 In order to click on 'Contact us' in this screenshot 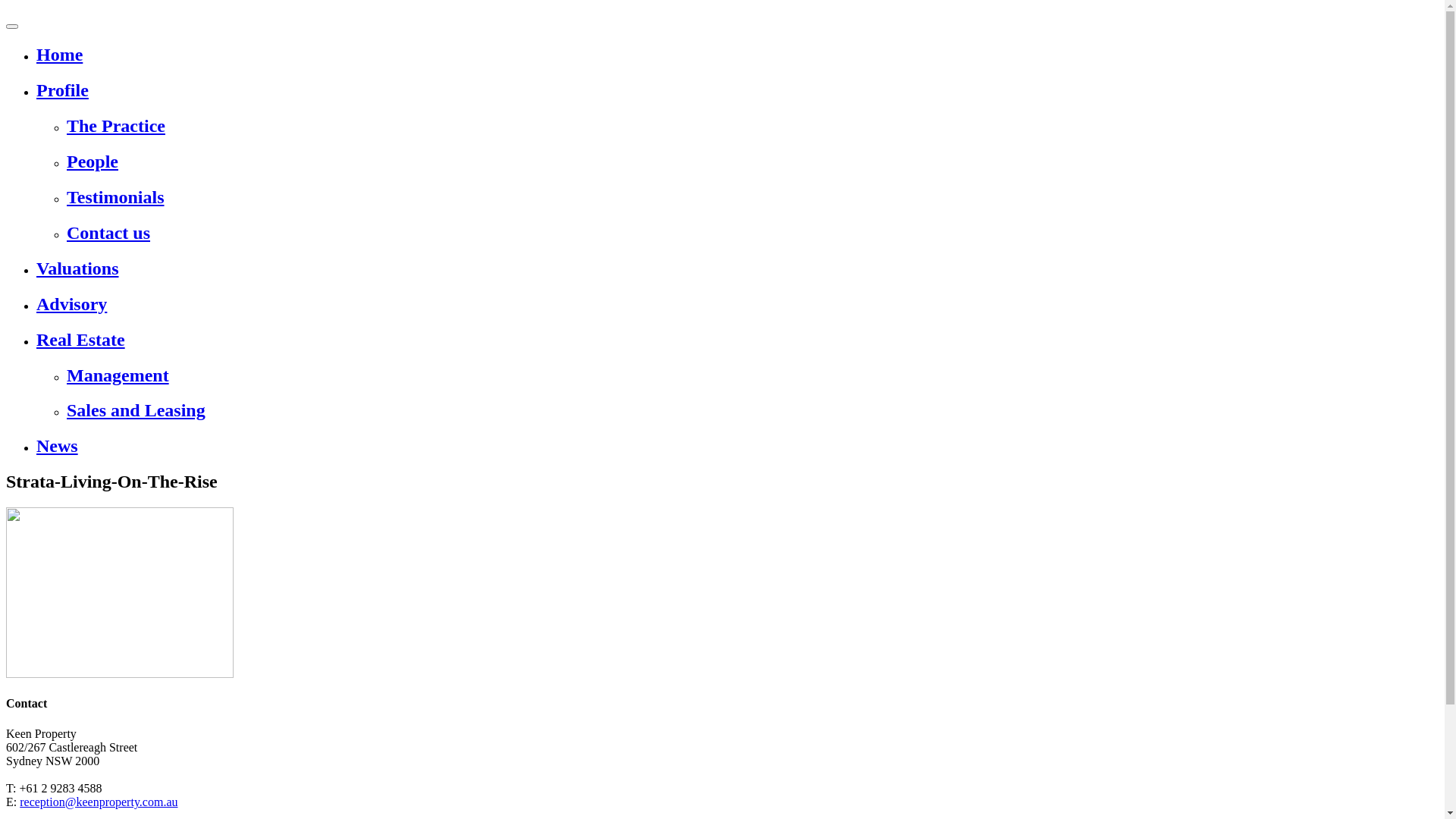, I will do `click(65, 233)`.